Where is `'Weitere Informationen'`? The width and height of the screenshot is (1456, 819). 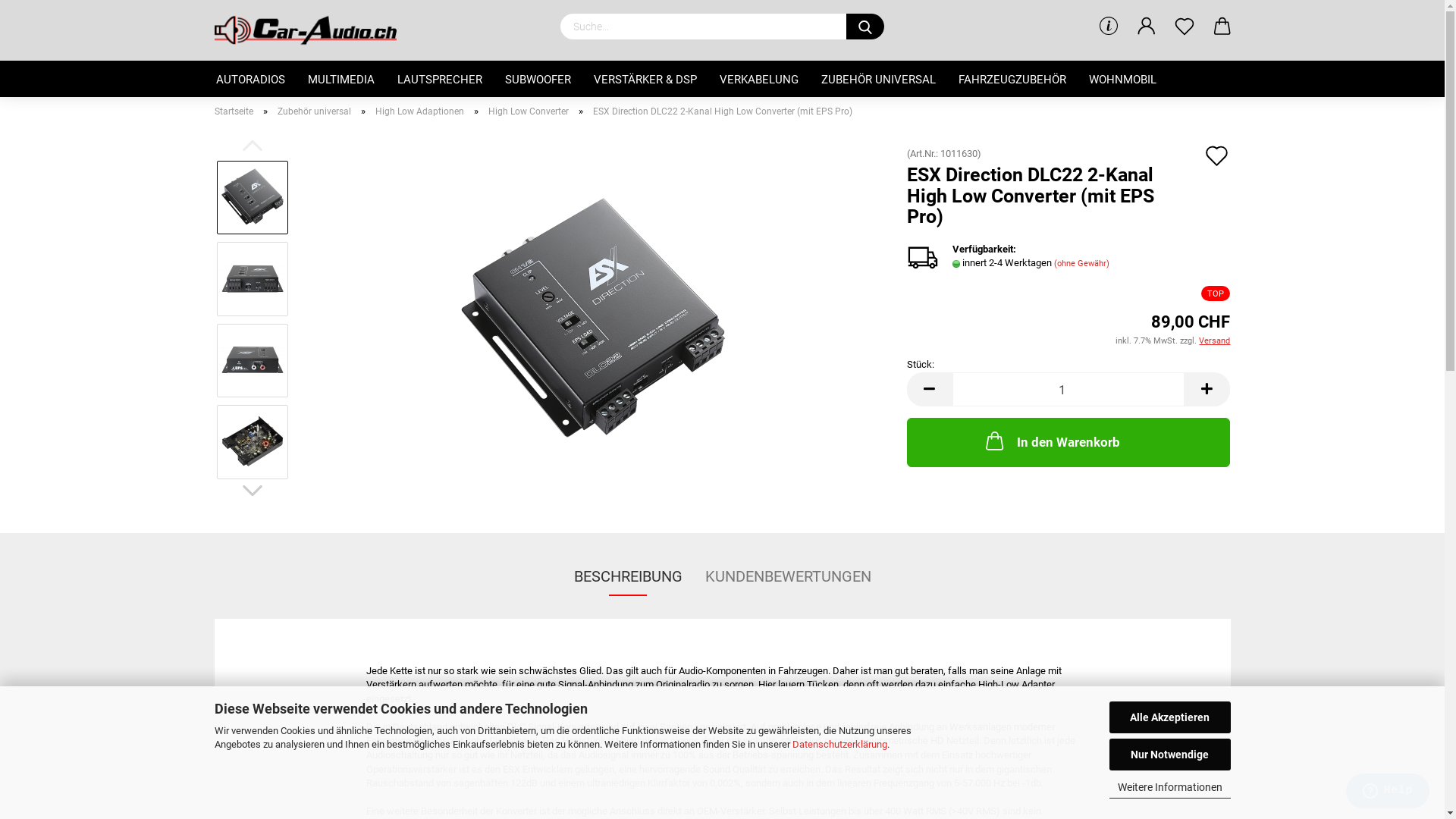
'Weitere Informationen' is located at coordinates (1109, 786).